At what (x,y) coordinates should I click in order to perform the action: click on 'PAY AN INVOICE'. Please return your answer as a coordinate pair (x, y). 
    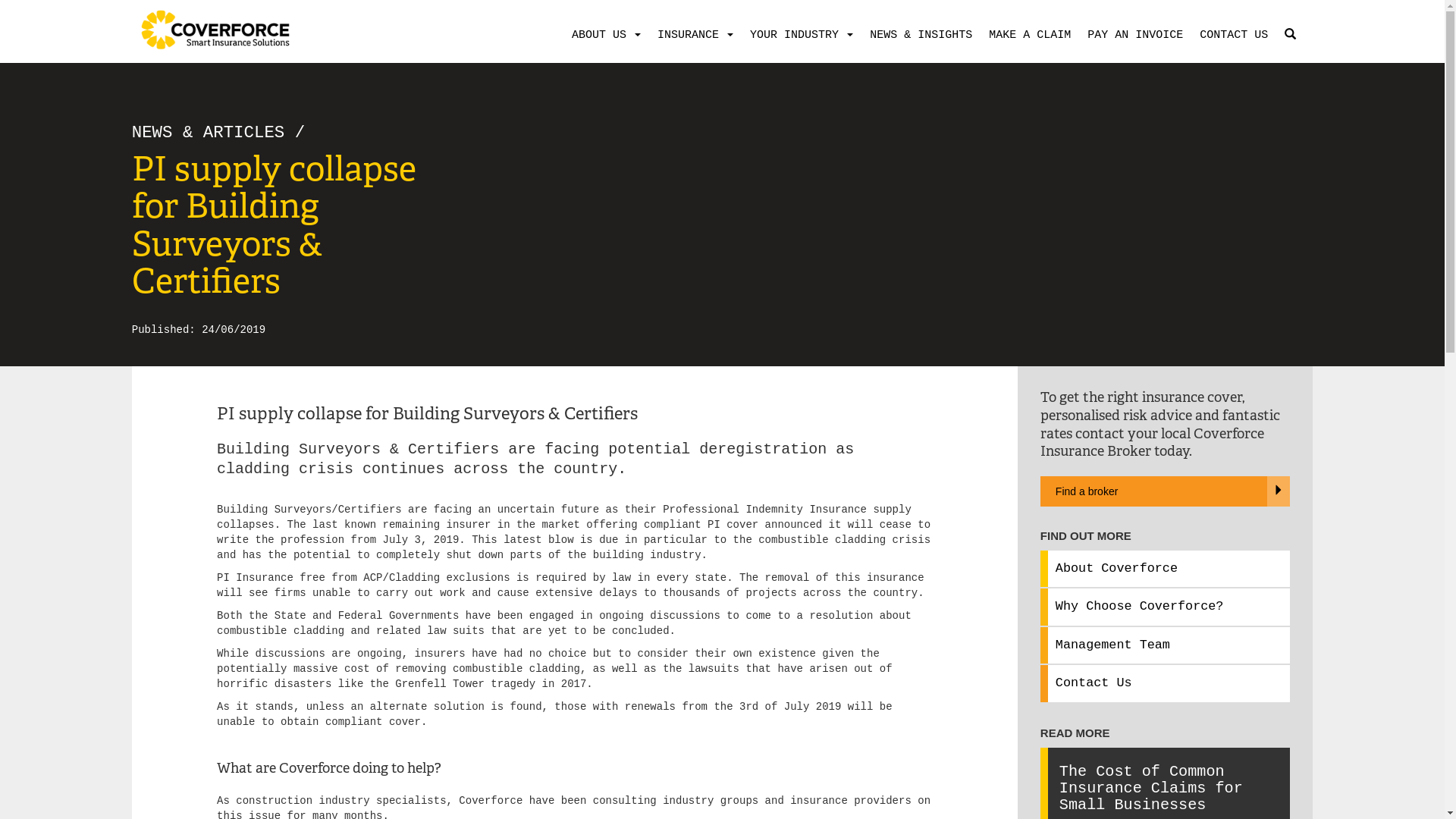
    Looking at the image, I should click on (1131, 34).